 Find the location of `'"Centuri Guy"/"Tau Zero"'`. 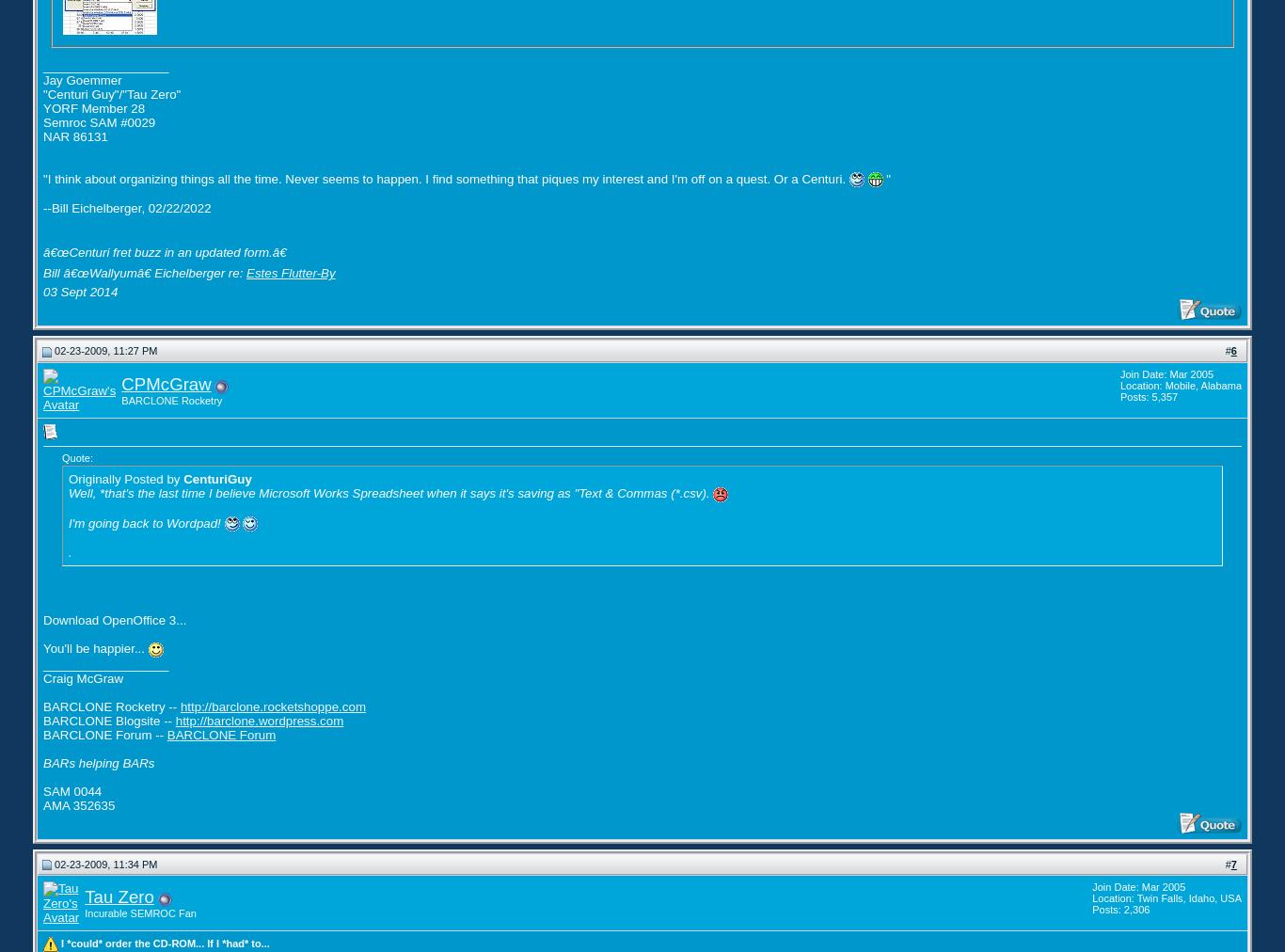

'"Centuri Guy"/"Tau Zero"' is located at coordinates (110, 92).